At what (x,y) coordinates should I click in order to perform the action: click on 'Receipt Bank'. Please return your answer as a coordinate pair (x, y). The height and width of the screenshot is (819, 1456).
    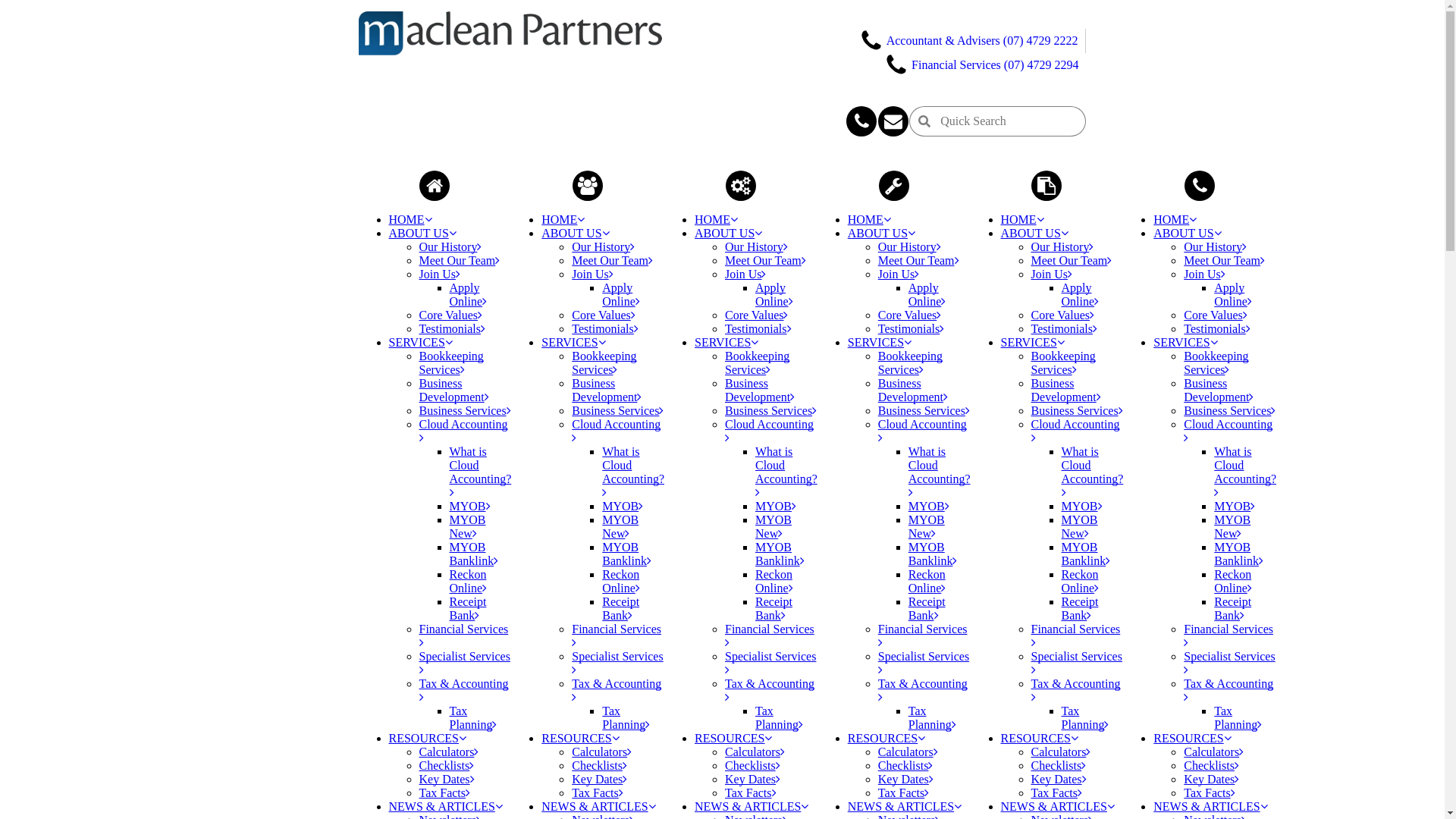
    Looking at the image, I should click on (1061, 607).